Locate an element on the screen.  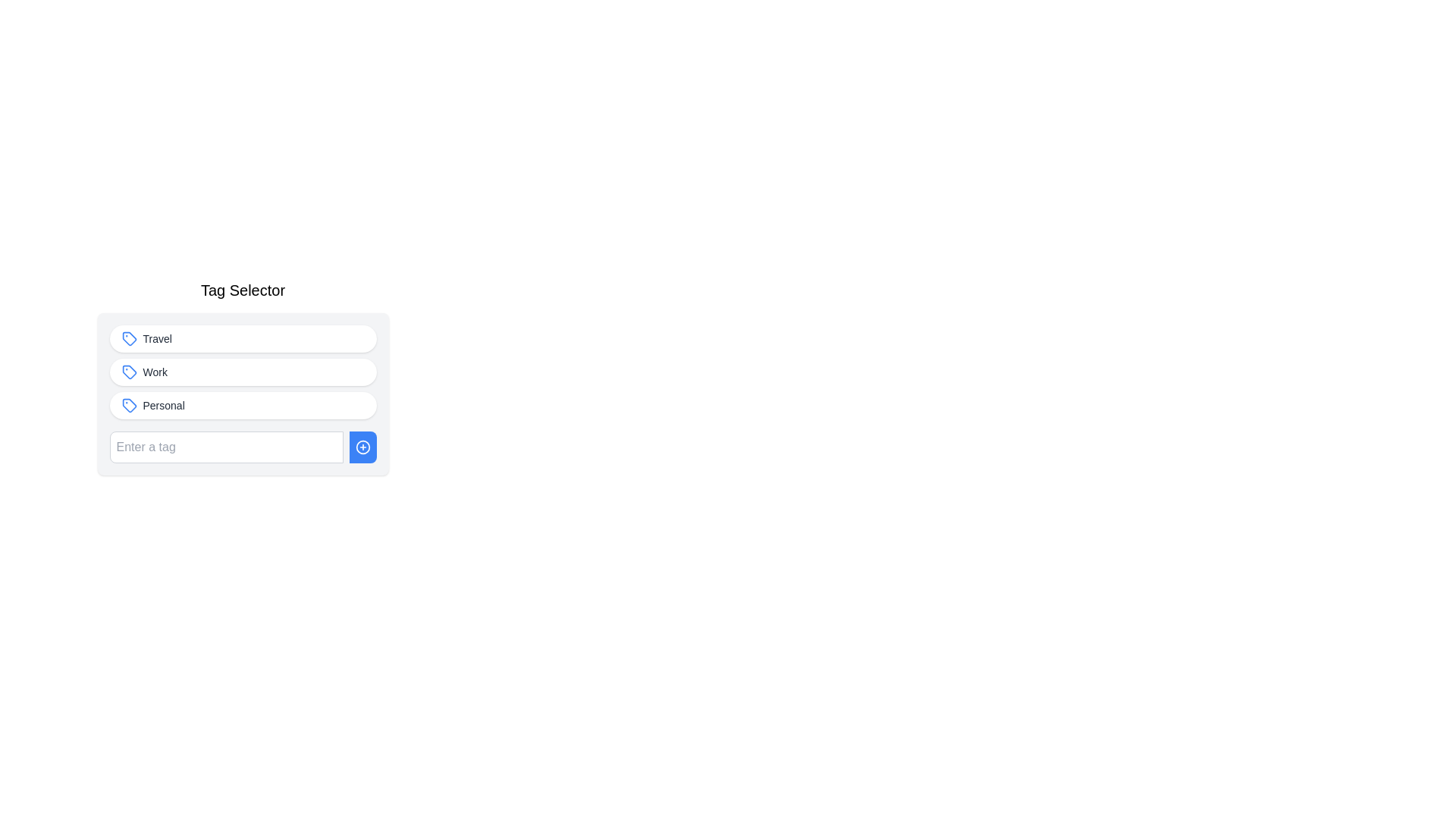
the light blue tag icon located at the second position in the vertical list of three tag icons within the 'Work' rounded rectangle button is located at coordinates (129, 372).